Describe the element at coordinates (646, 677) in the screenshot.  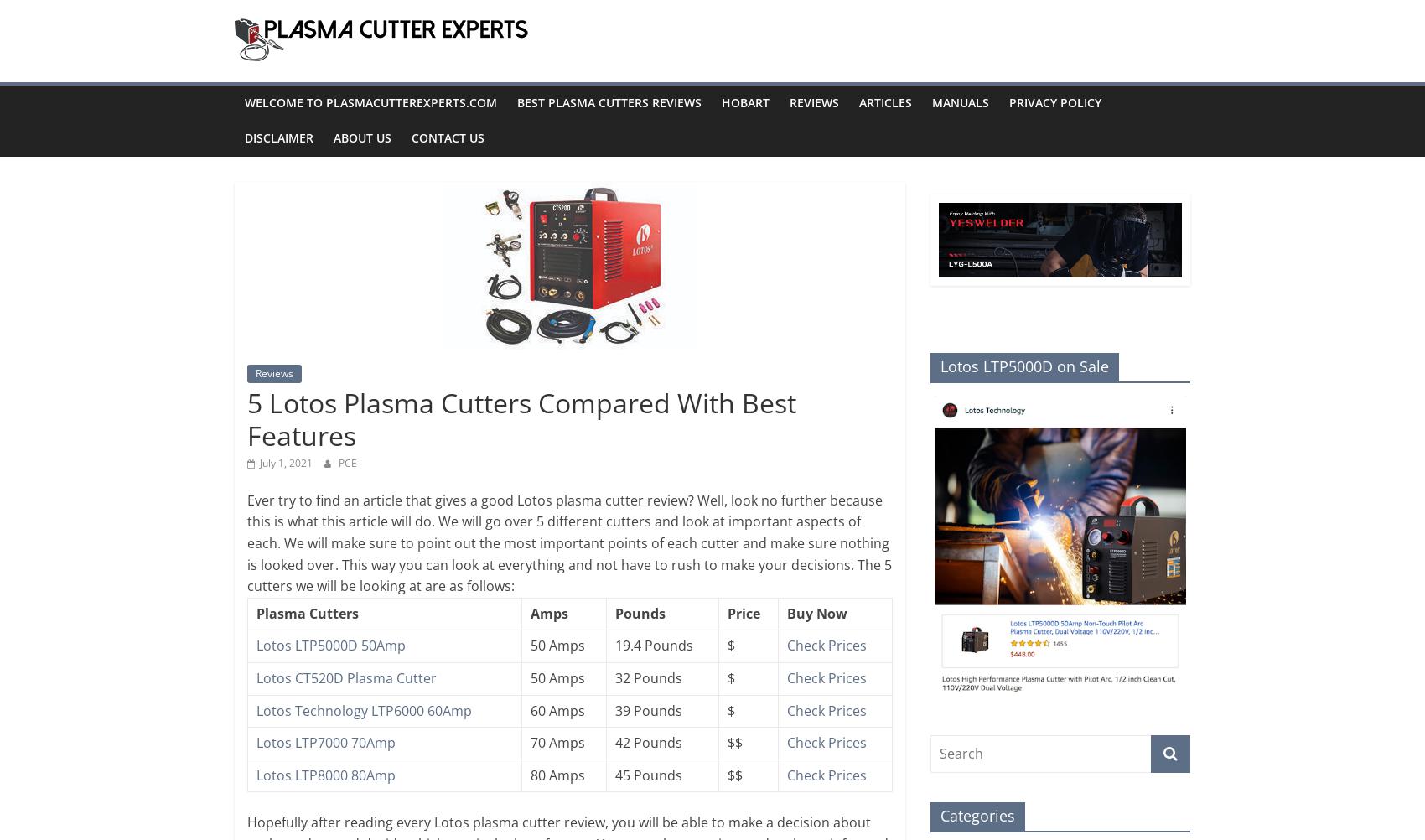
I see `'32 Pounds'` at that location.